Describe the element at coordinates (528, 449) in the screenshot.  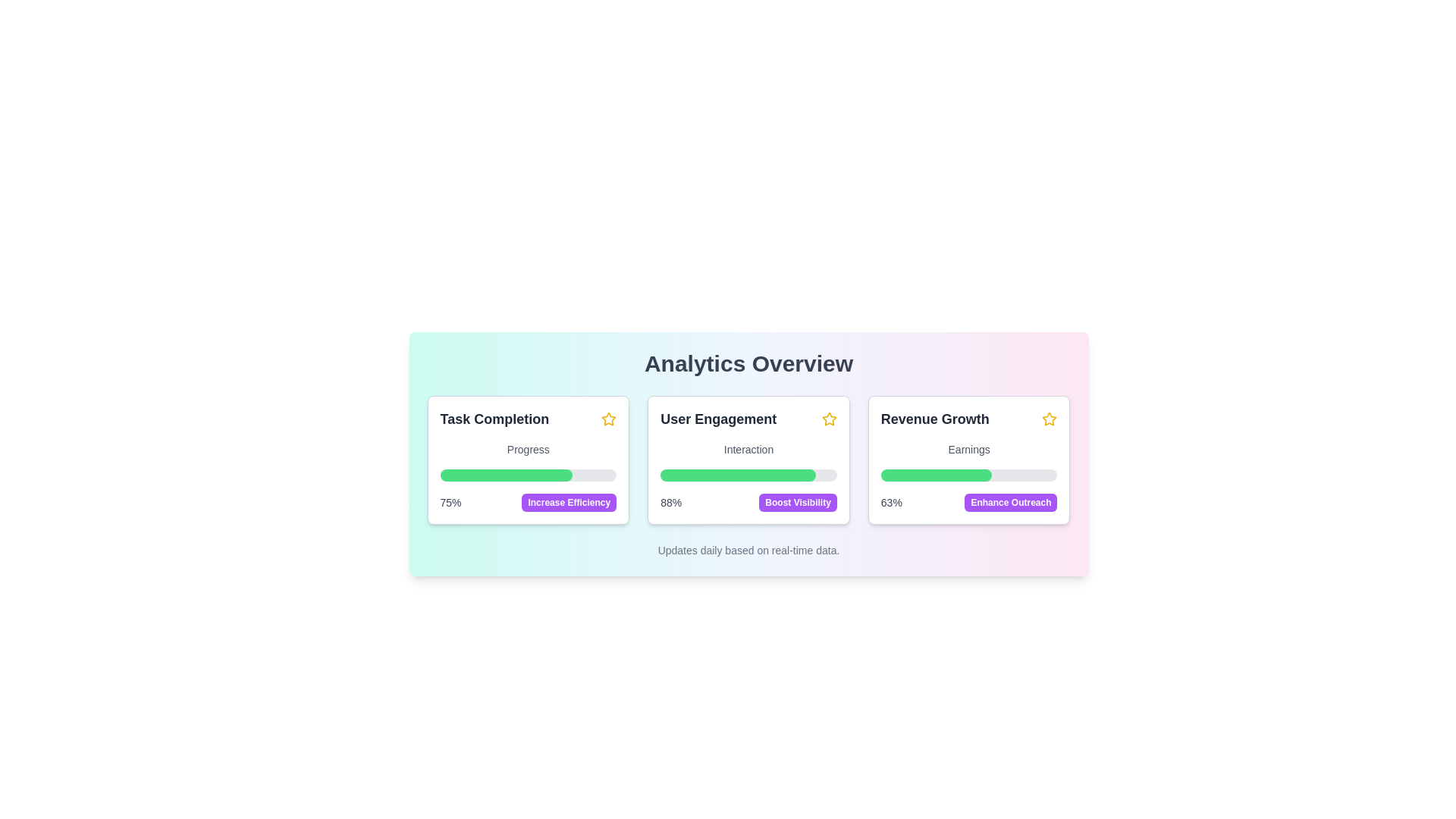
I see `the Text label that describes the progress bar in the 'Task Completion' card, located below the main title and above the progress bar` at that location.